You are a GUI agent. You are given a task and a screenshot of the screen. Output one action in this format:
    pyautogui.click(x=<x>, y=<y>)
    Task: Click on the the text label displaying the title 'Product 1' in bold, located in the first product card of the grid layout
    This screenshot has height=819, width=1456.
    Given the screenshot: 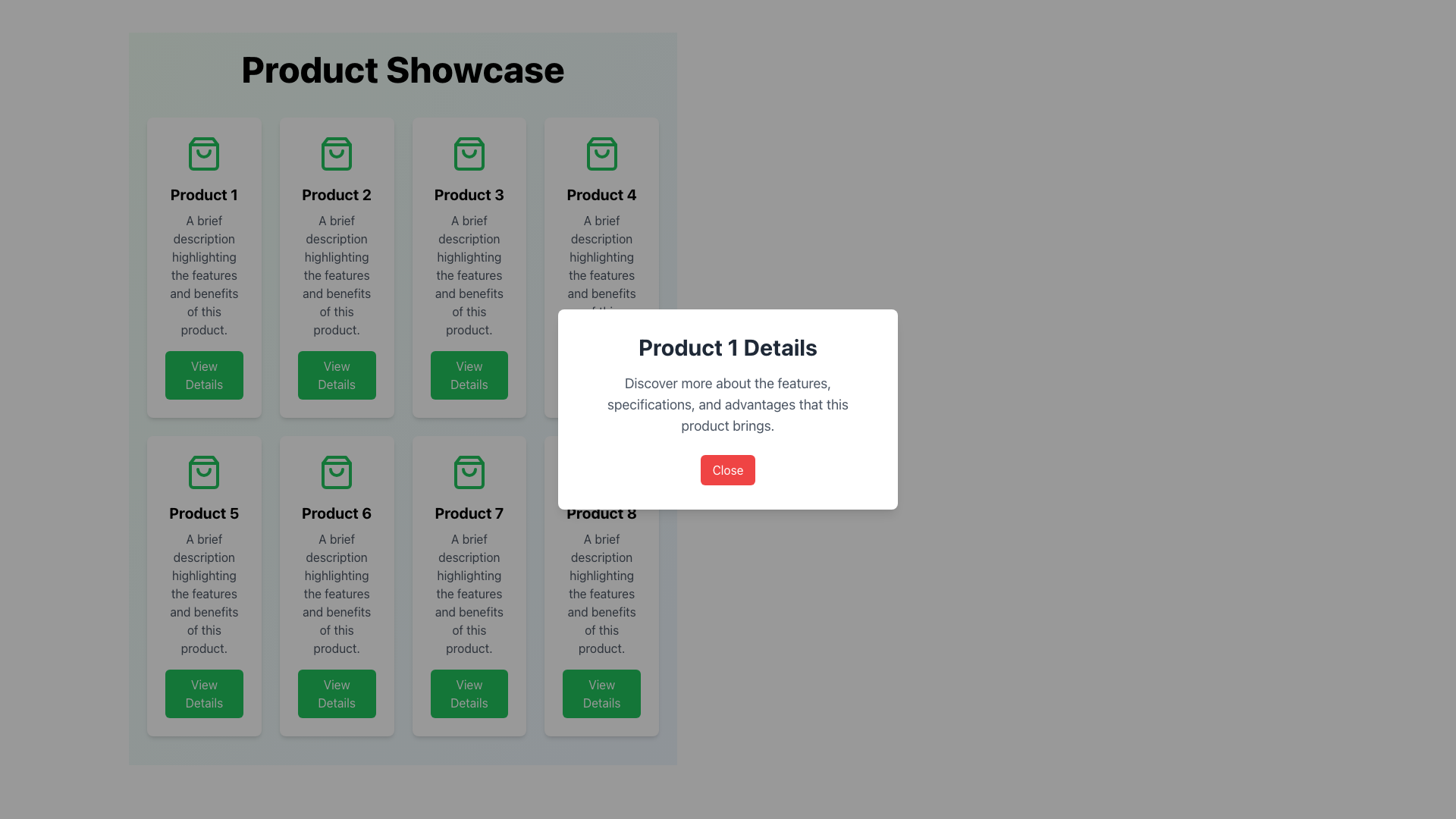 What is the action you would take?
    pyautogui.click(x=203, y=194)
    